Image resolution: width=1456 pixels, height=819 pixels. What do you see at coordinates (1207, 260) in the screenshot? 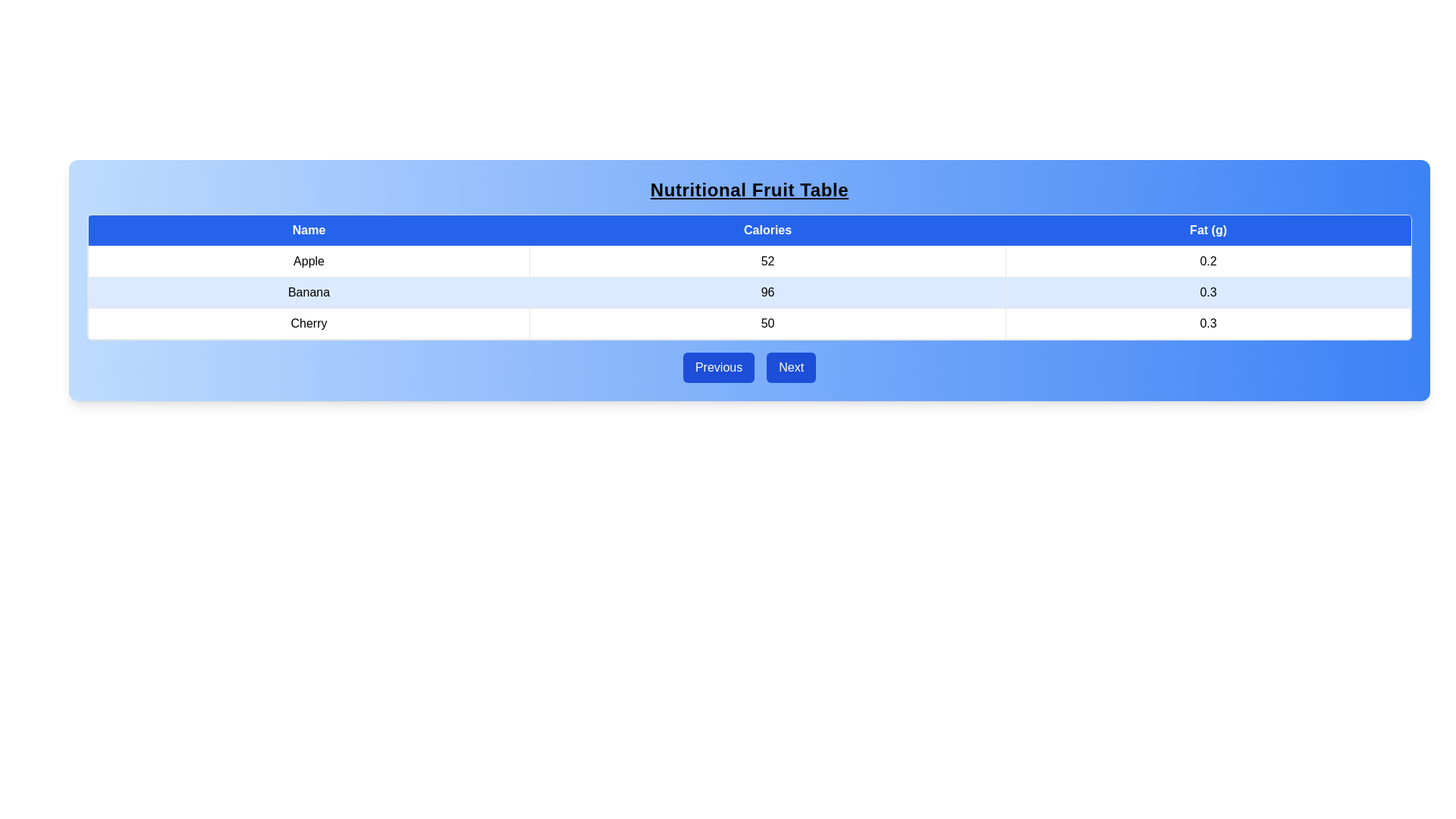
I see `the text display field showing '0.2' in the 'Fat (g)' column associated with 'Apple'` at bounding box center [1207, 260].